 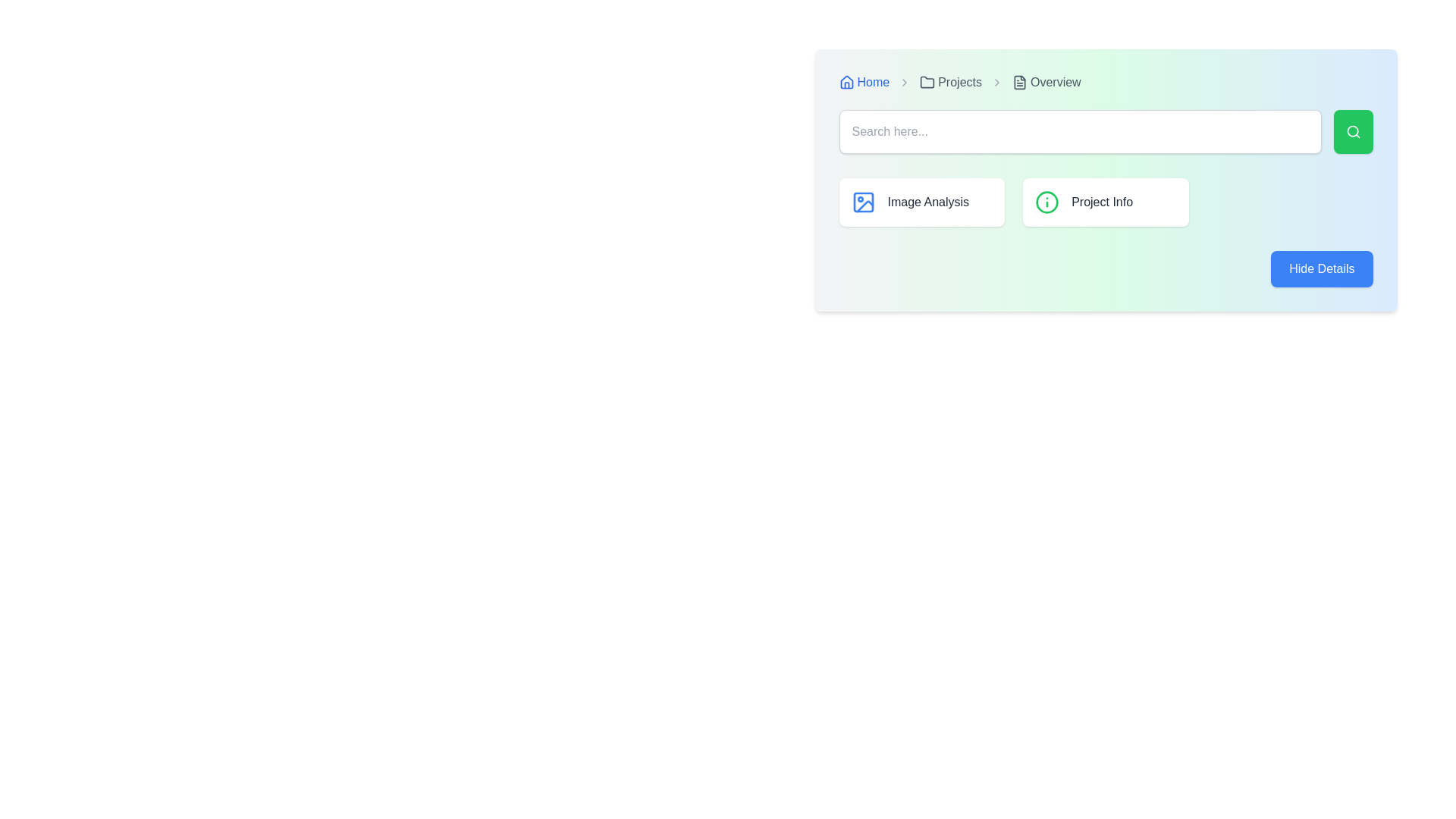 What do you see at coordinates (1046, 201) in the screenshot?
I see `the informational icon located to the left of the 'Project Info' text label within the 'Project Info' card` at bounding box center [1046, 201].